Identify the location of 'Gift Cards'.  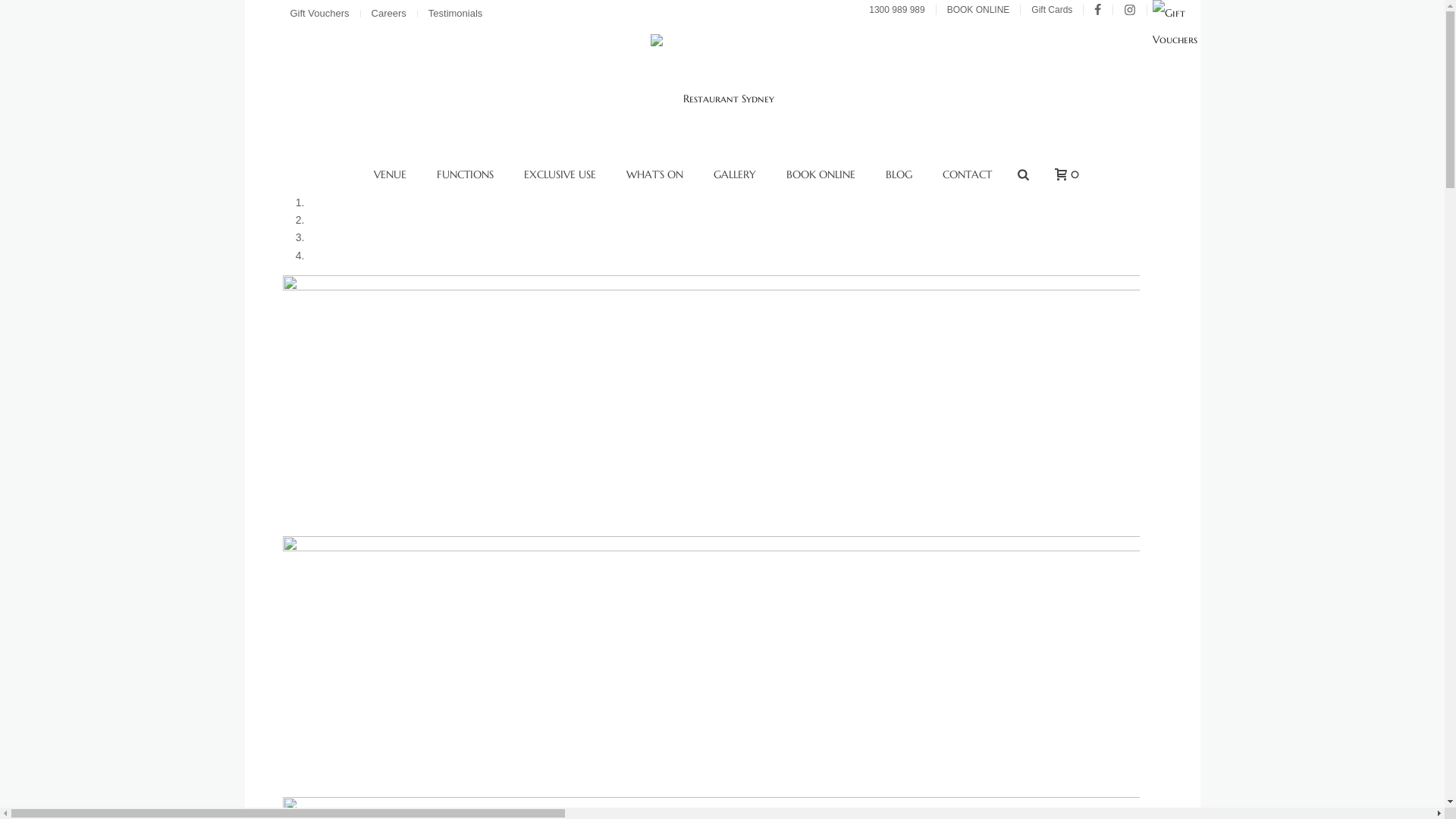
(1187, 38).